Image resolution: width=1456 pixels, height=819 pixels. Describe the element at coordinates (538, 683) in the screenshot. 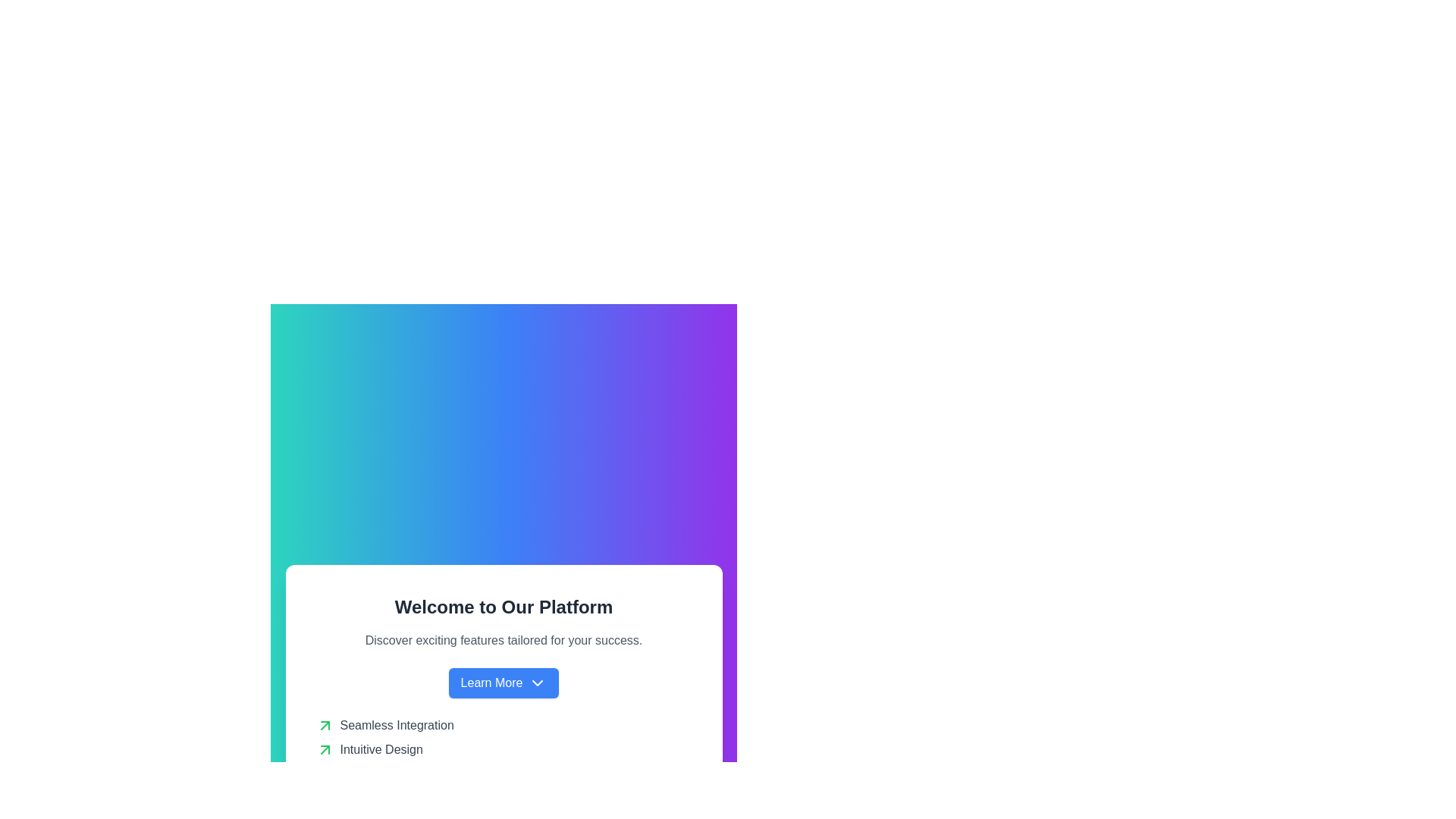

I see `the chevron icon located inside the blue 'Learn More' button` at that location.